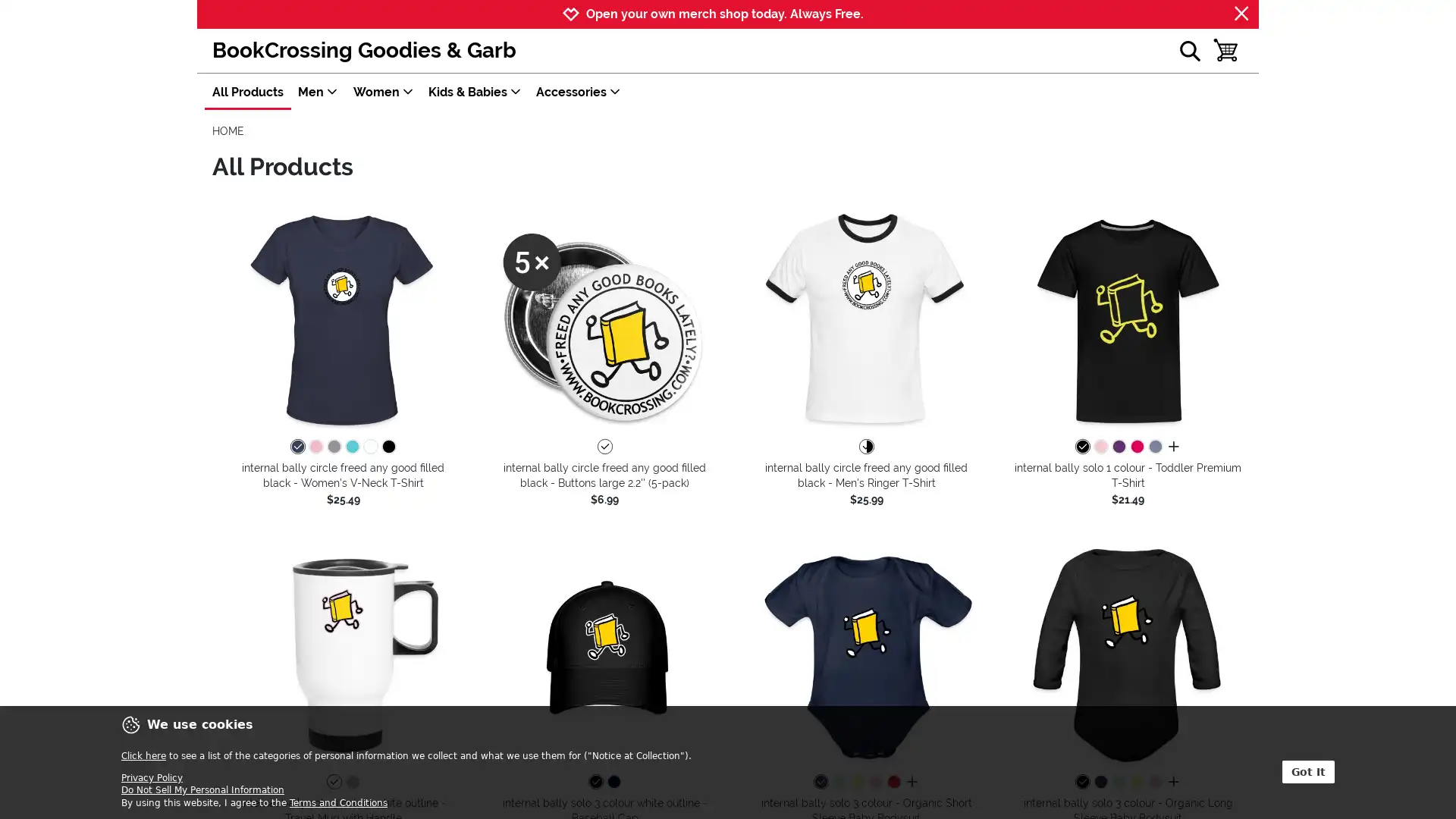 The width and height of the screenshot is (1456, 819). Describe the element at coordinates (333, 447) in the screenshot. I see `gray` at that location.